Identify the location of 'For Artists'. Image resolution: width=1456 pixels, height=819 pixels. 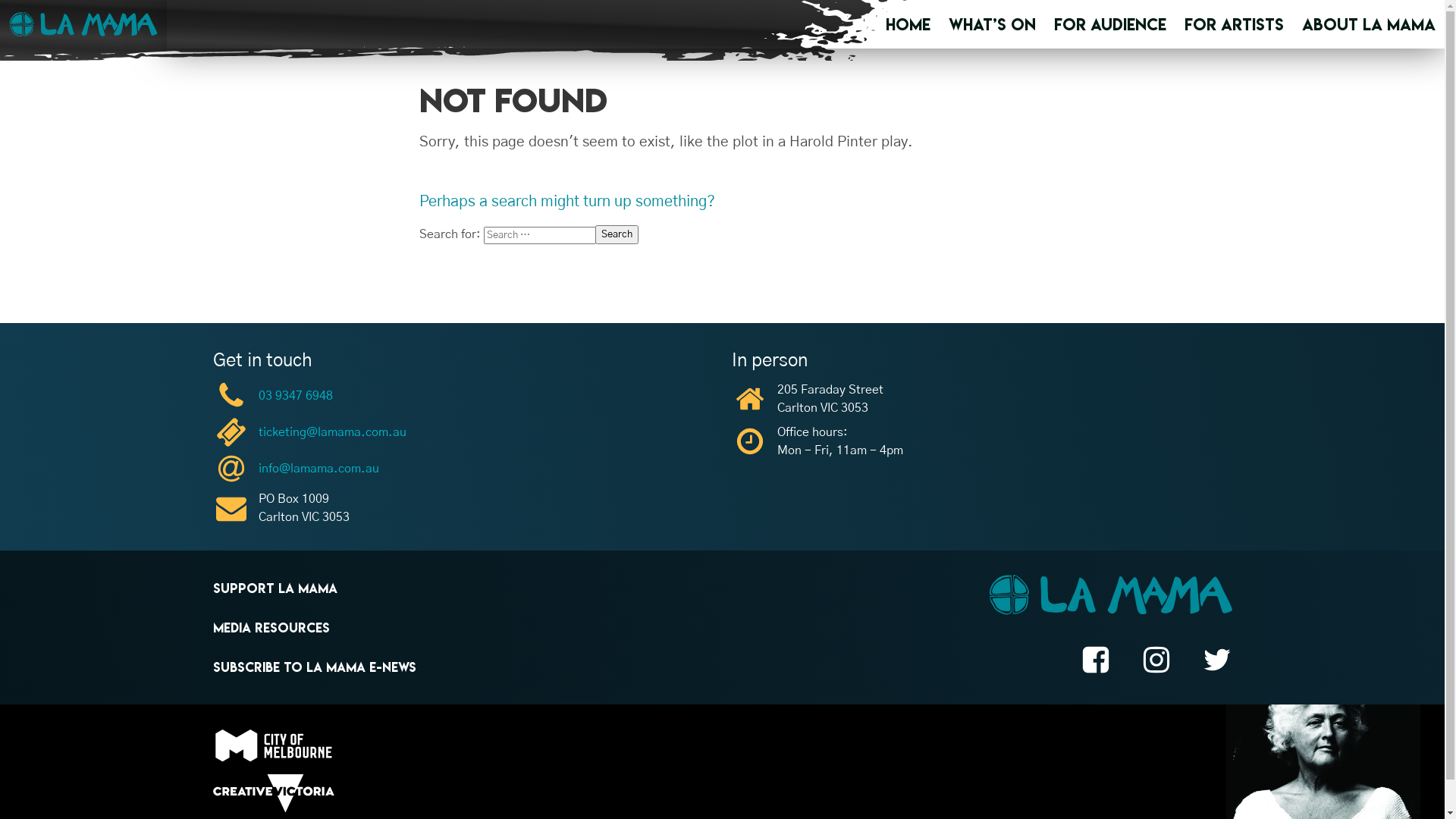
(1234, 24).